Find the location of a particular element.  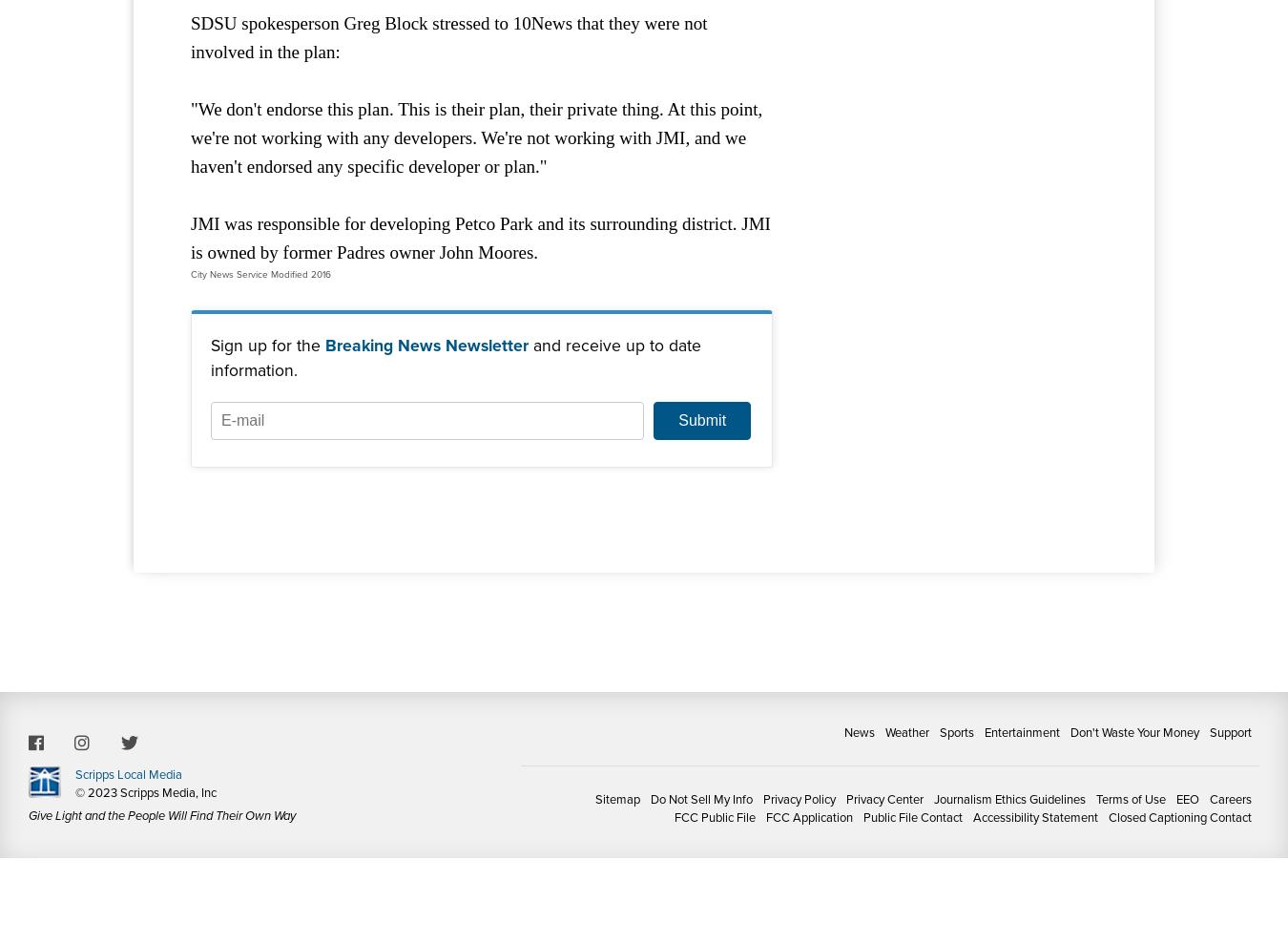

'EEO' is located at coordinates (1187, 798).